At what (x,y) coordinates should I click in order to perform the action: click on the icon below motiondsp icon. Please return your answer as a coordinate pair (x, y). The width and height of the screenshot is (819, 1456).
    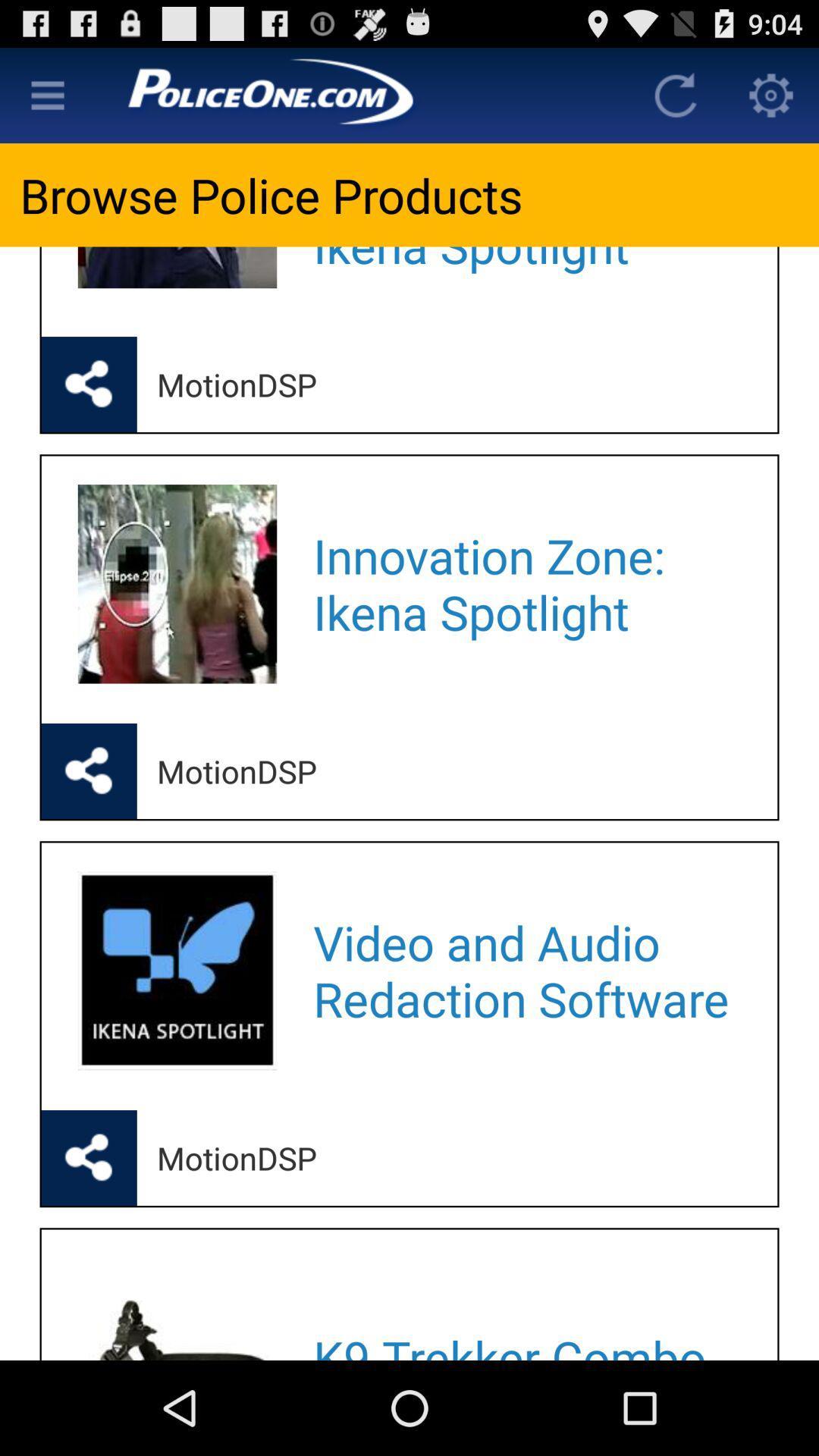
    Looking at the image, I should click on (525, 1308).